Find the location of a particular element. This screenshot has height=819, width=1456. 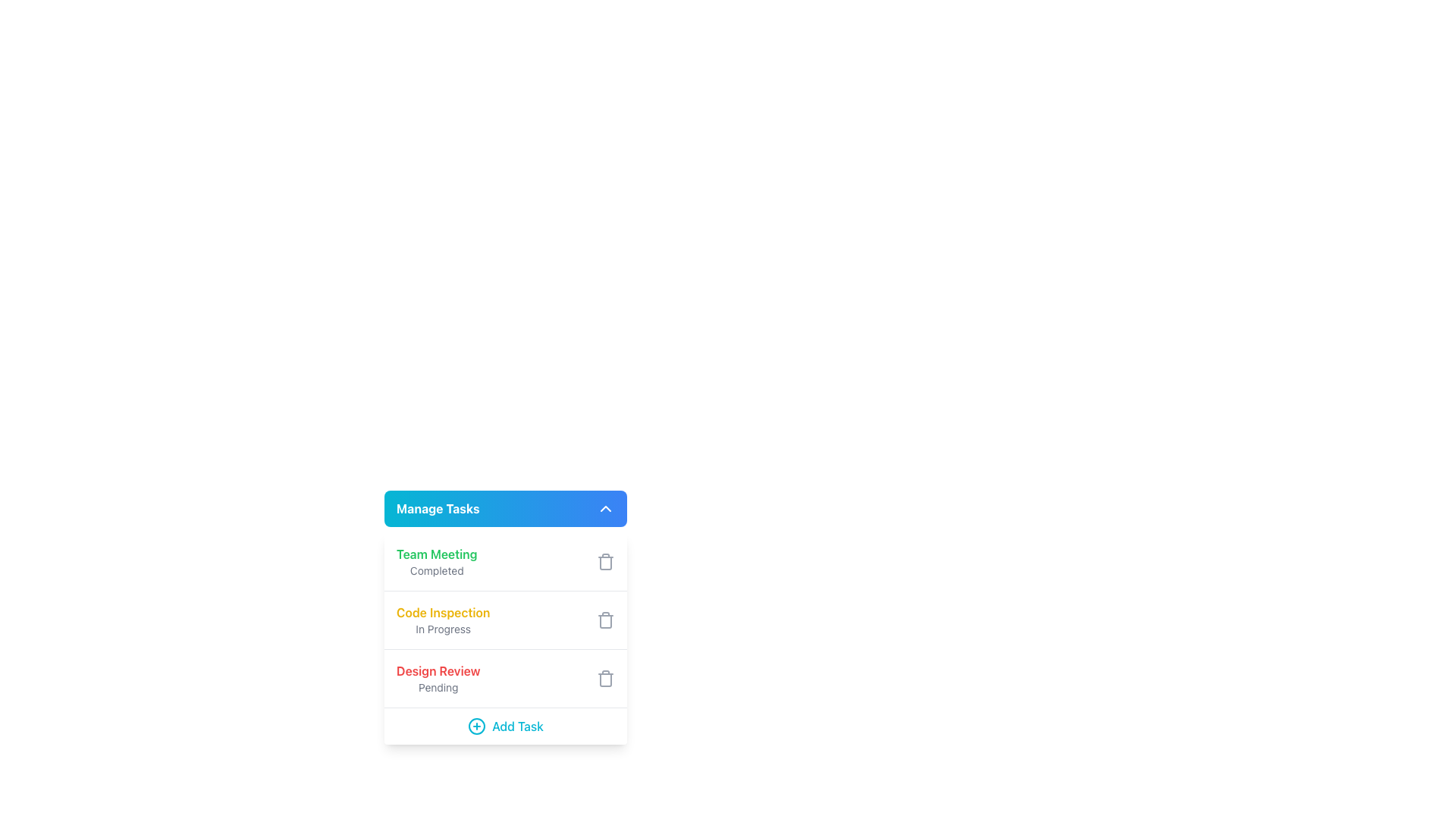

the trash icon, which is a rounded rectangle outlined in light gray and positioned near the right side of the 'Design Review' task row in the task management interface is located at coordinates (604, 679).